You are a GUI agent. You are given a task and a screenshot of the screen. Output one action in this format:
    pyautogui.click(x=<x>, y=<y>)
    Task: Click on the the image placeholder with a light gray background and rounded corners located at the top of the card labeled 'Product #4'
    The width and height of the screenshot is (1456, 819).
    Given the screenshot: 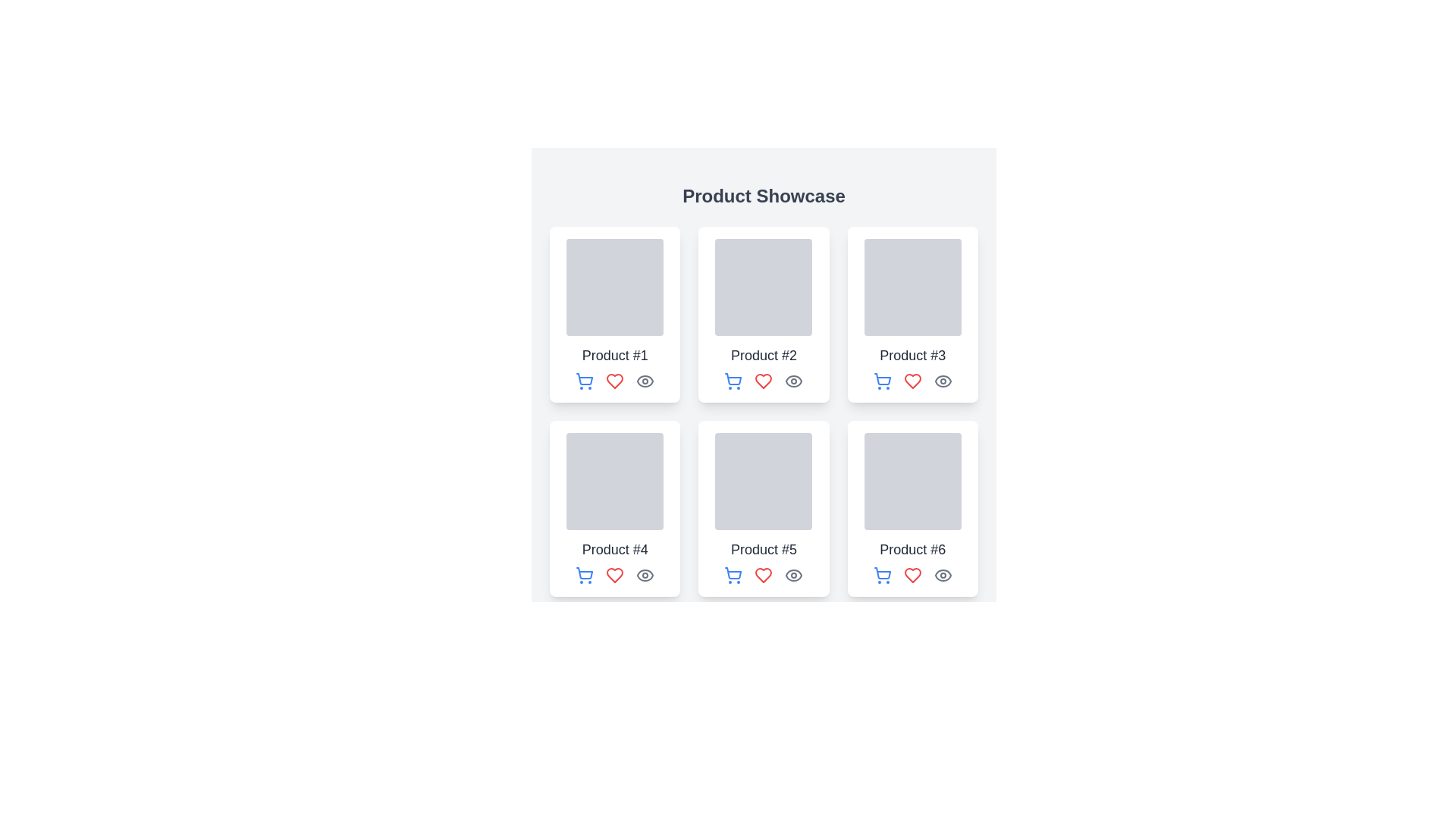 What is the action you would take?
    pyautogui.click(x=615, y=482)
    